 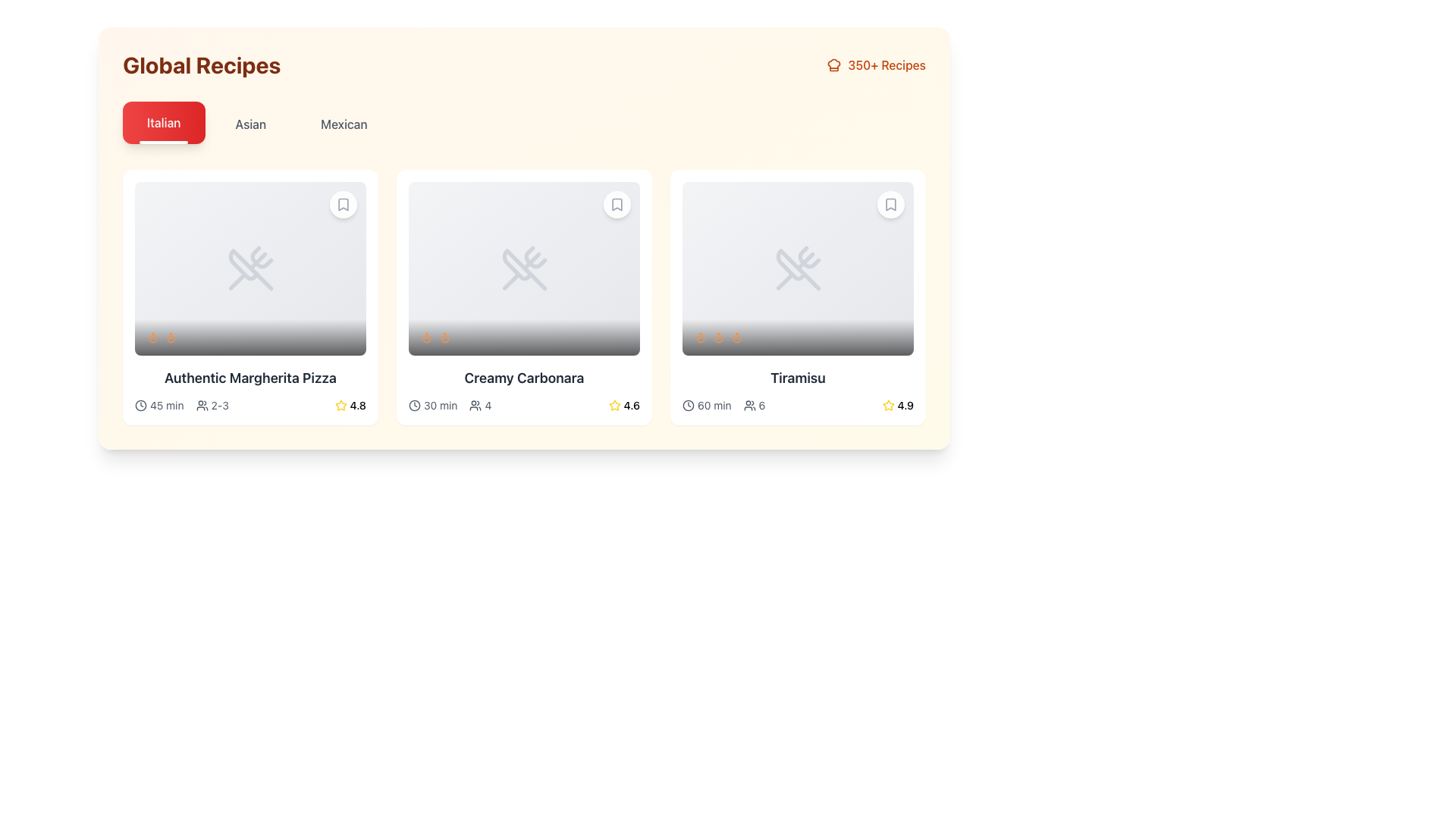 What do you see at coordinates (797, 268) in the screenshot?
I see `the SVG Icon located centrally within the thumbnail card for the 'Tiramisu' recipe, which serves as a decorative element` at bounding box center [797, 268].